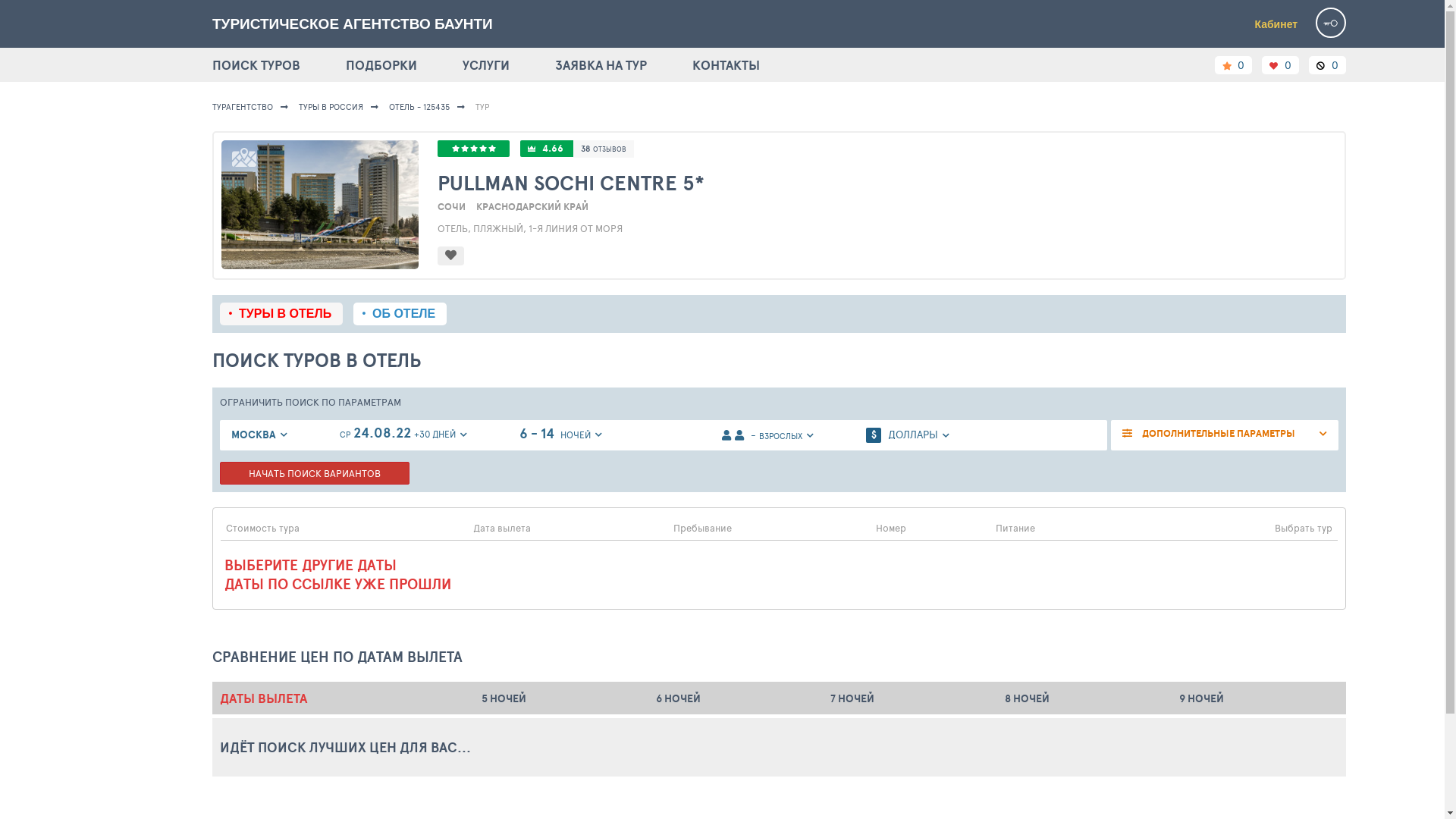 The image size is (1456, 819). I want to click on '0', so click(1279, 64).